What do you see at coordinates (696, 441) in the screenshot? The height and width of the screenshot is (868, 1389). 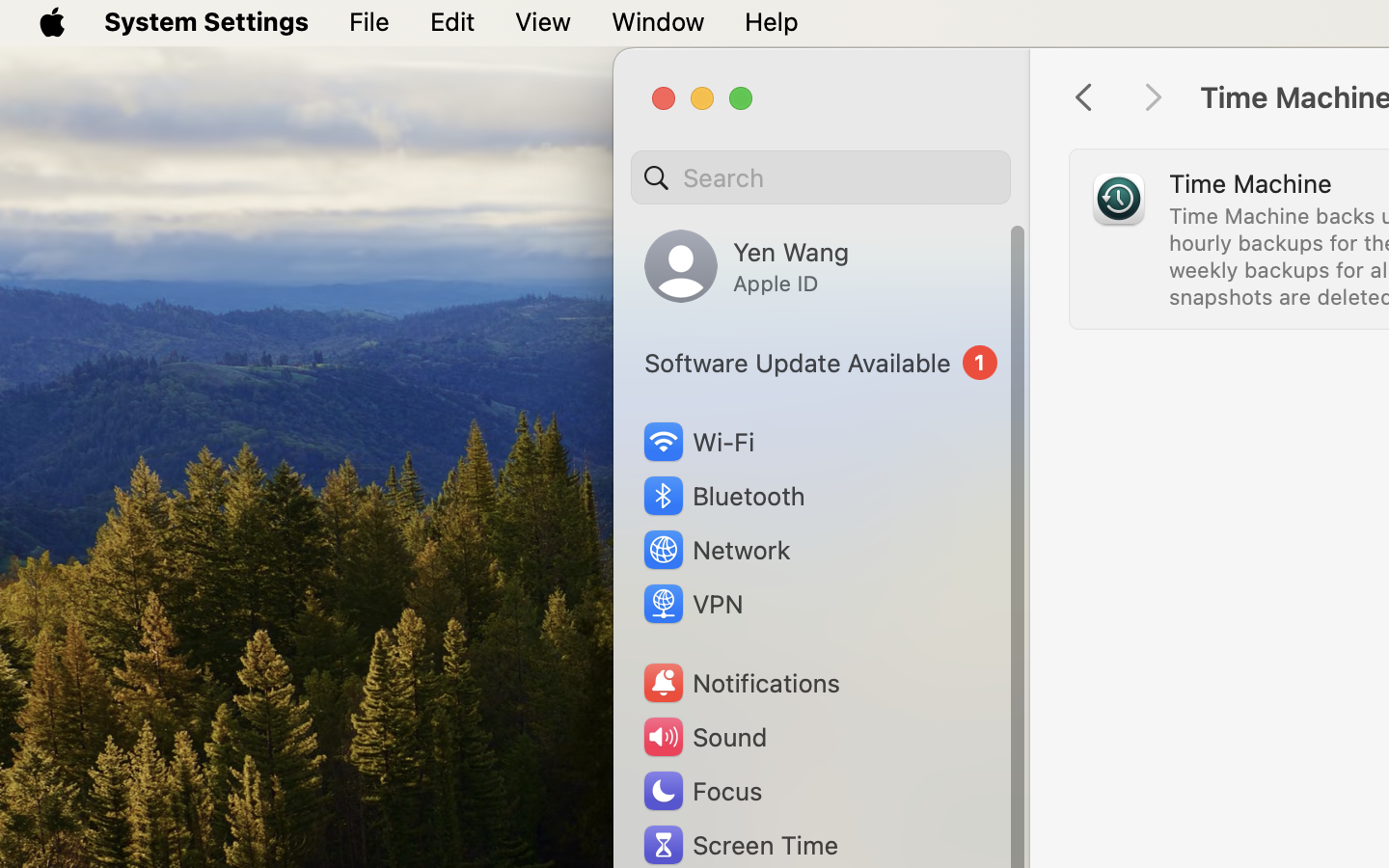 I see `'Wi‑Fi'` at bounding box center [696, 441].